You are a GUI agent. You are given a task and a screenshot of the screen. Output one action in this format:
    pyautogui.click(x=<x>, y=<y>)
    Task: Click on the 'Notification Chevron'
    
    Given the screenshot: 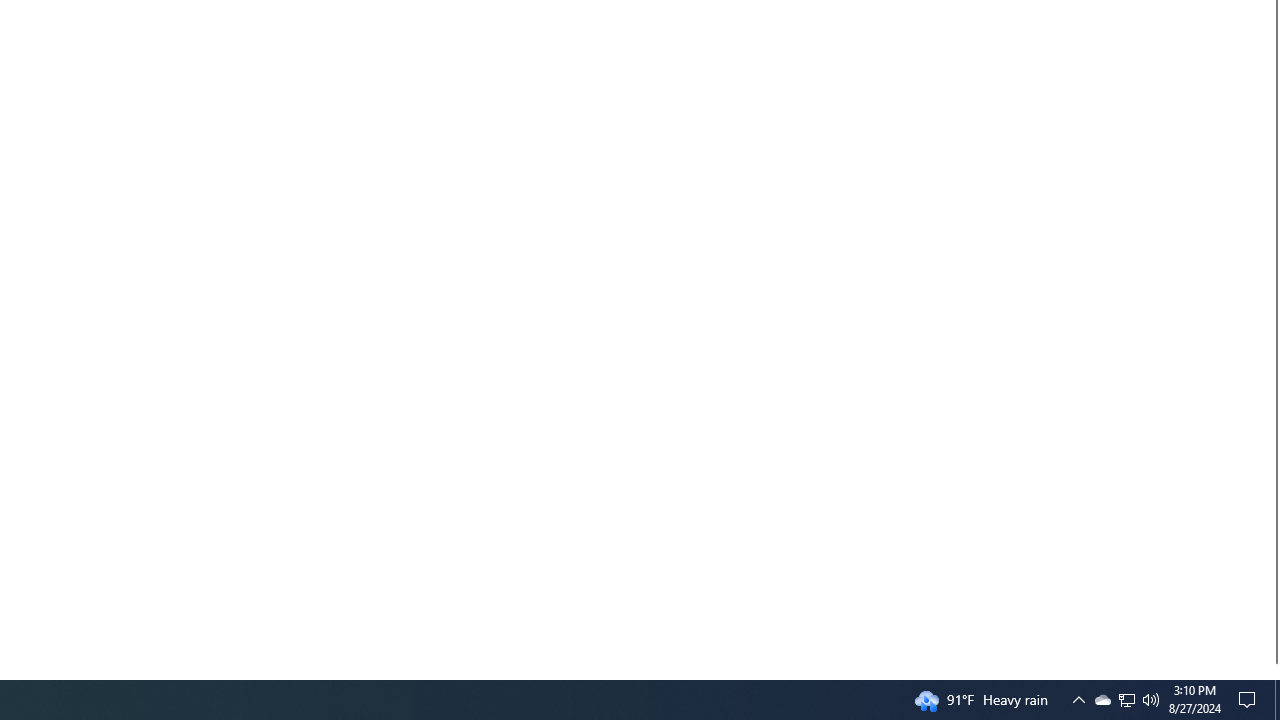 What is the action you would take?
    pyautogui.click(x=1078, y=698)
    